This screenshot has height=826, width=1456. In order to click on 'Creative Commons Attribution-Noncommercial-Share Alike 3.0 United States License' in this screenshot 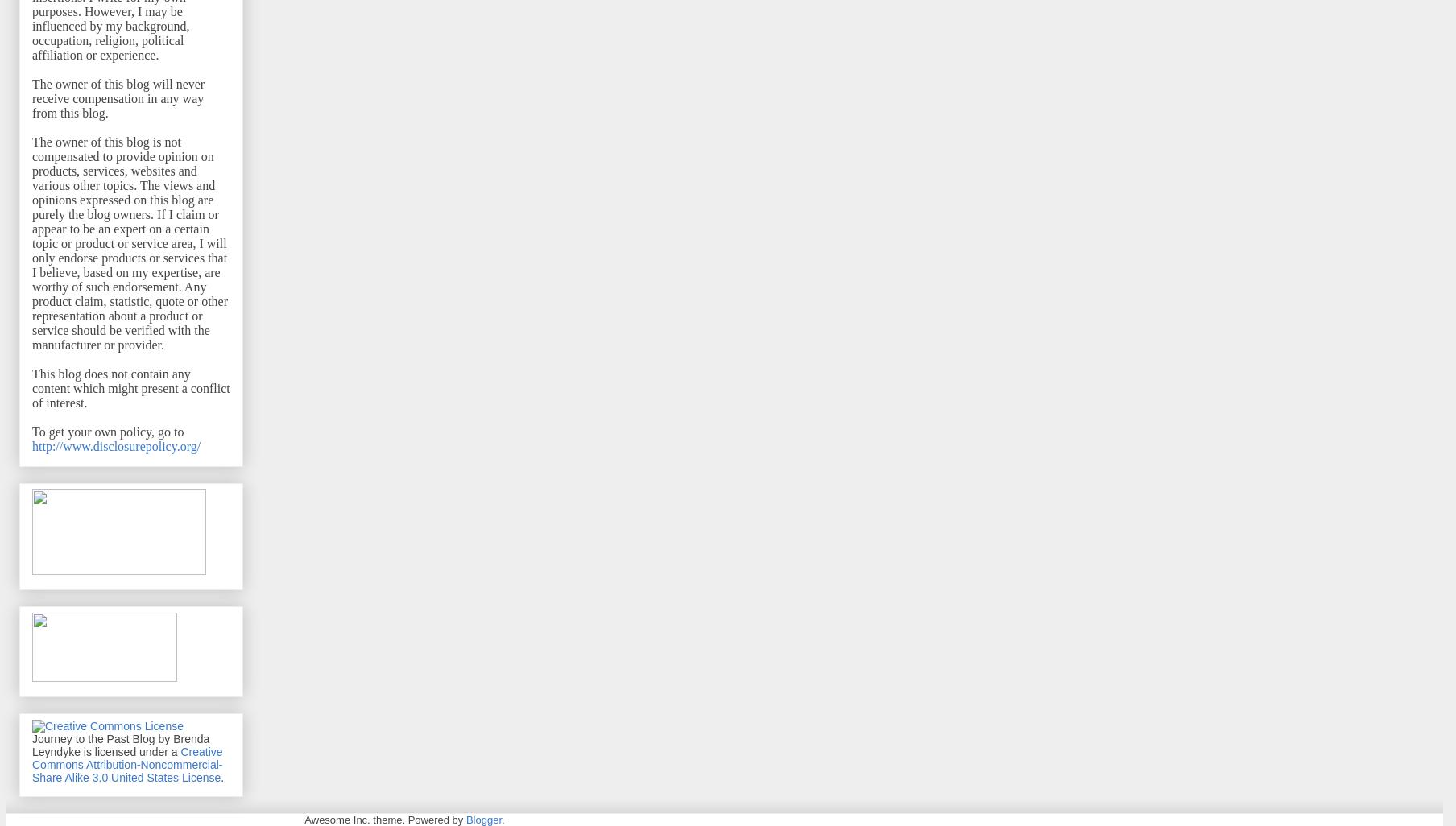, I will do `click(127, 764)`.